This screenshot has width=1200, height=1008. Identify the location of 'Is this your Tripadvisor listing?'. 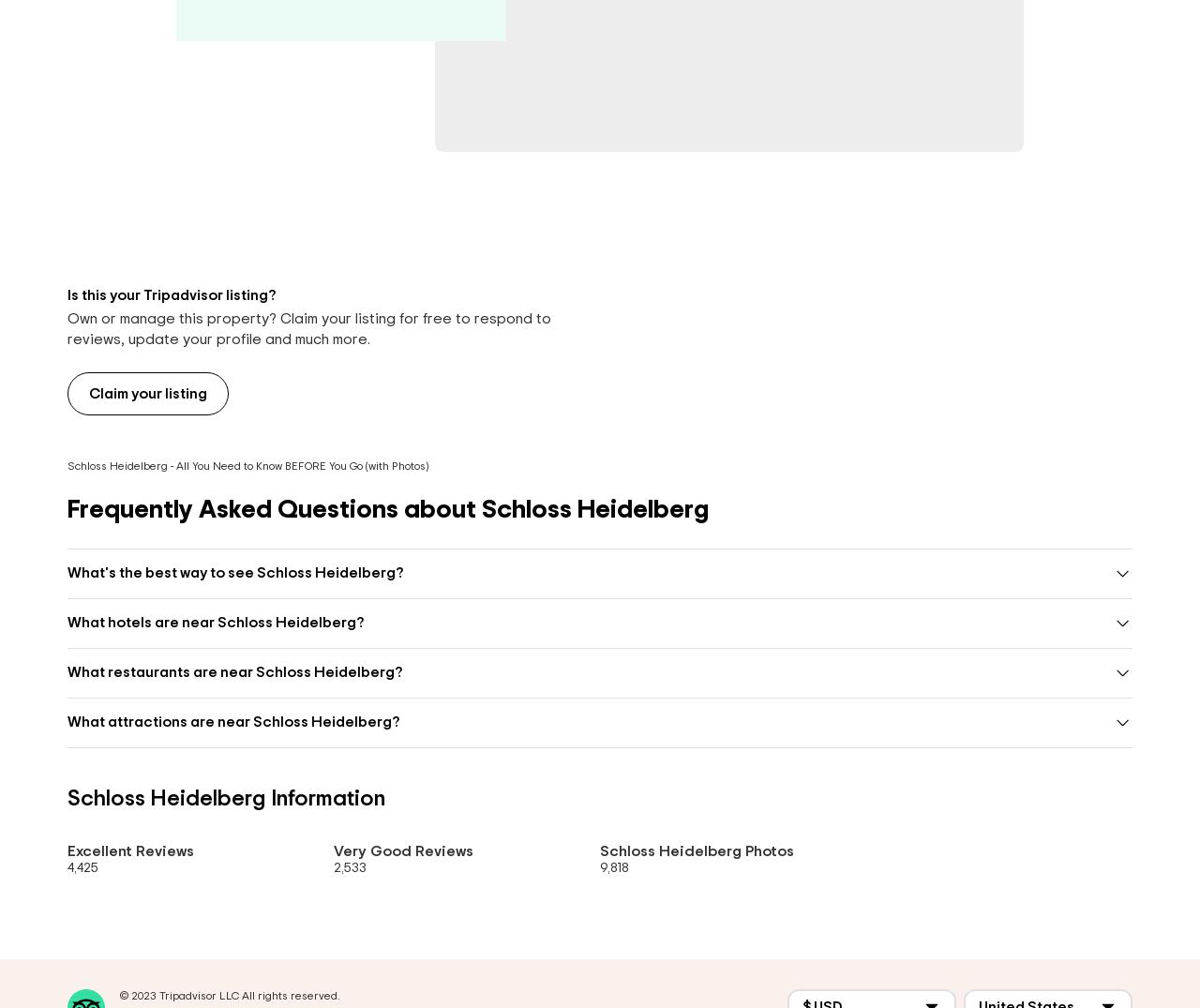
(67, 293).